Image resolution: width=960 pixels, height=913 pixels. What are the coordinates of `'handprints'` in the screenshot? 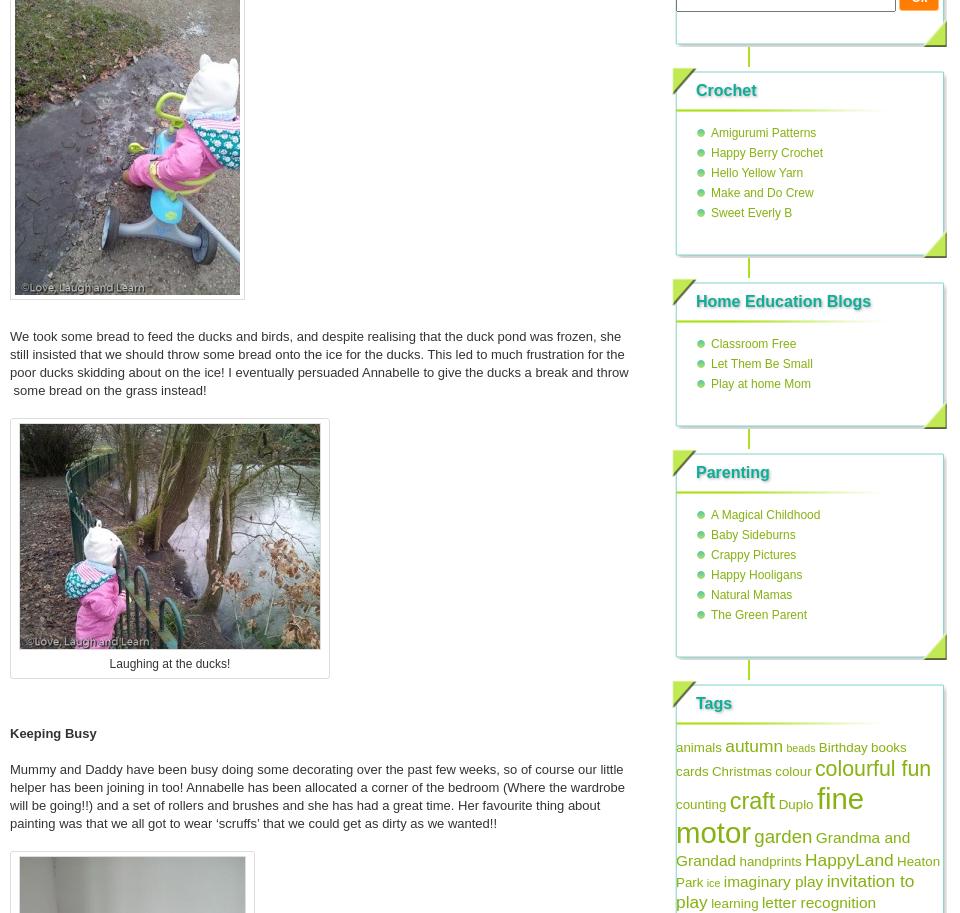 It's located at (769, 861).